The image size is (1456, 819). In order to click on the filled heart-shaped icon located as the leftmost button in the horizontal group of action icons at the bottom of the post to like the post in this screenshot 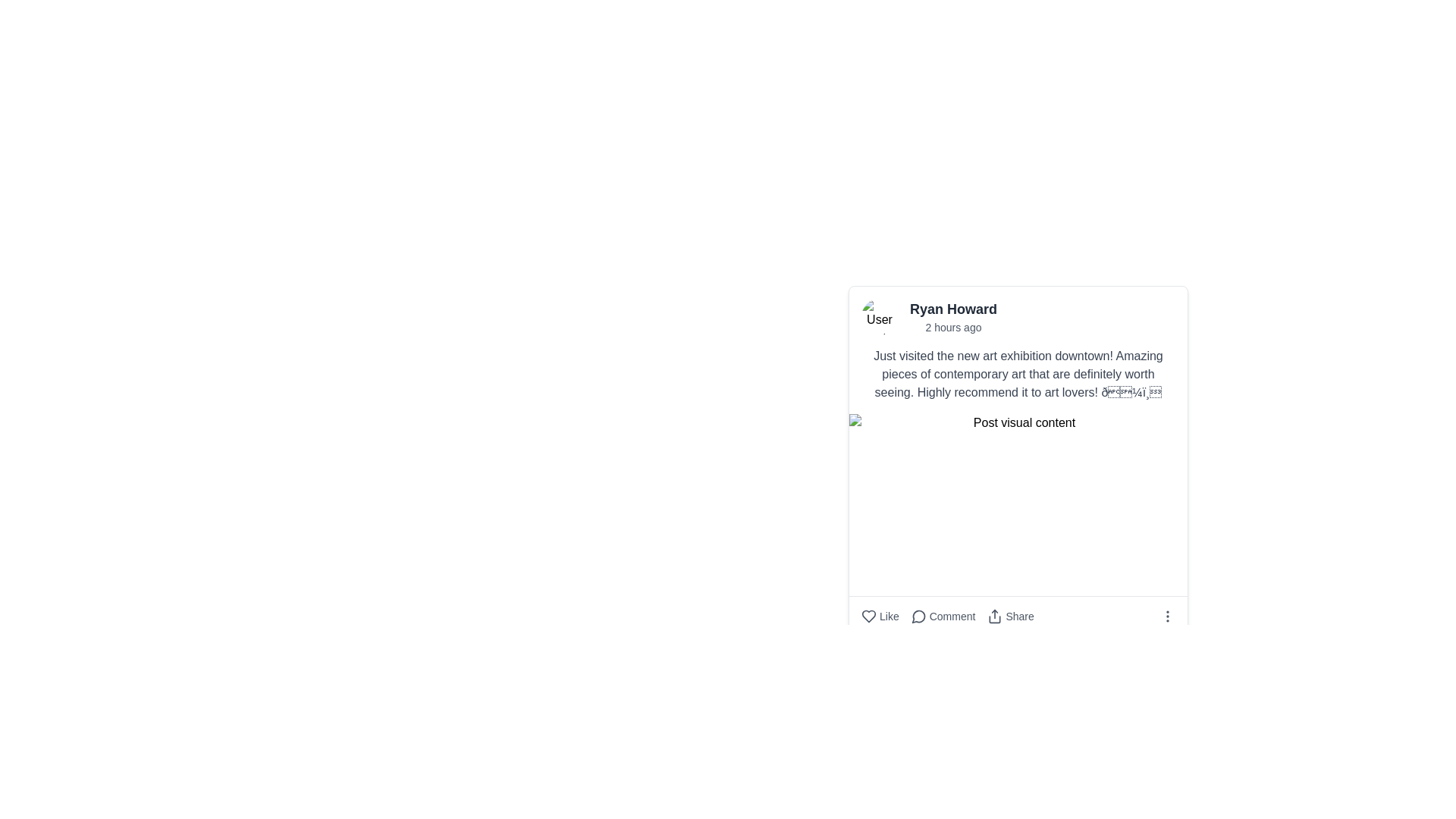, I will do `click(869, 617)`.